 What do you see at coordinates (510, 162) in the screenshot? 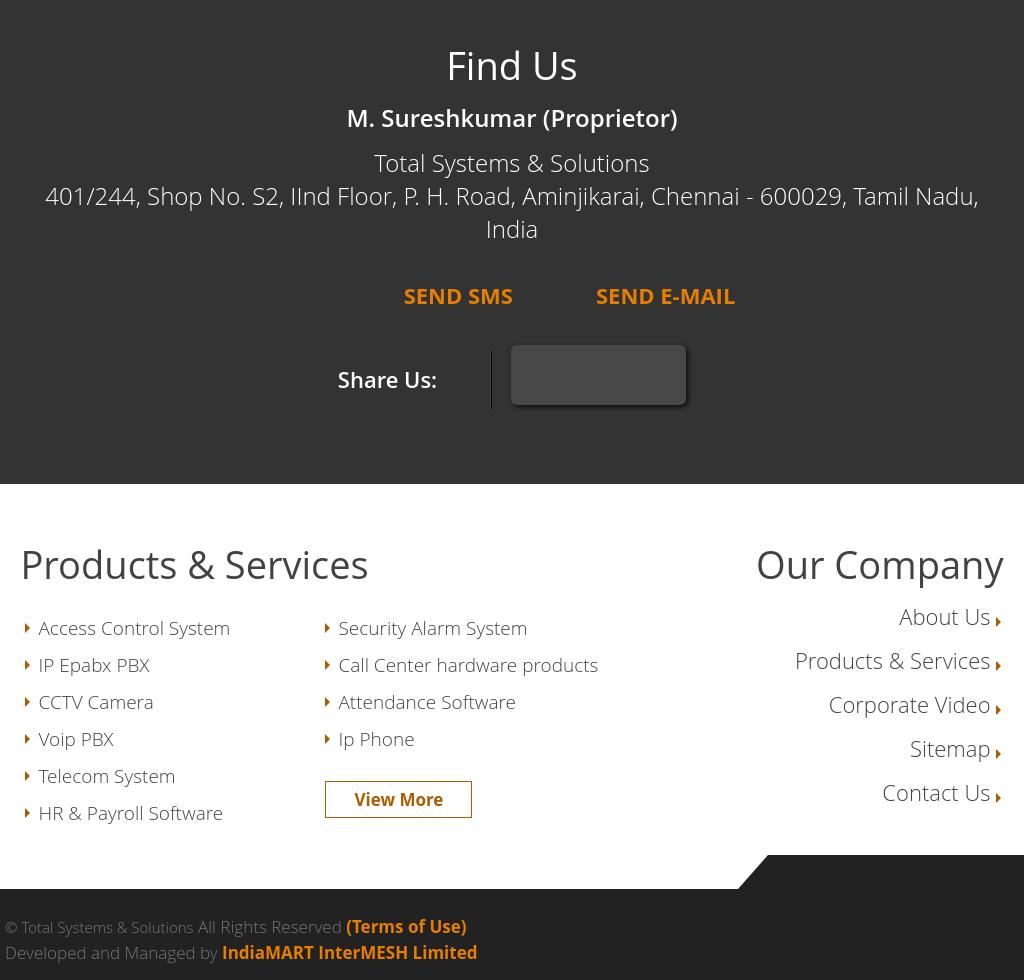
I see `'Total Systems & Solutions'` at bounding box center [510, 162].